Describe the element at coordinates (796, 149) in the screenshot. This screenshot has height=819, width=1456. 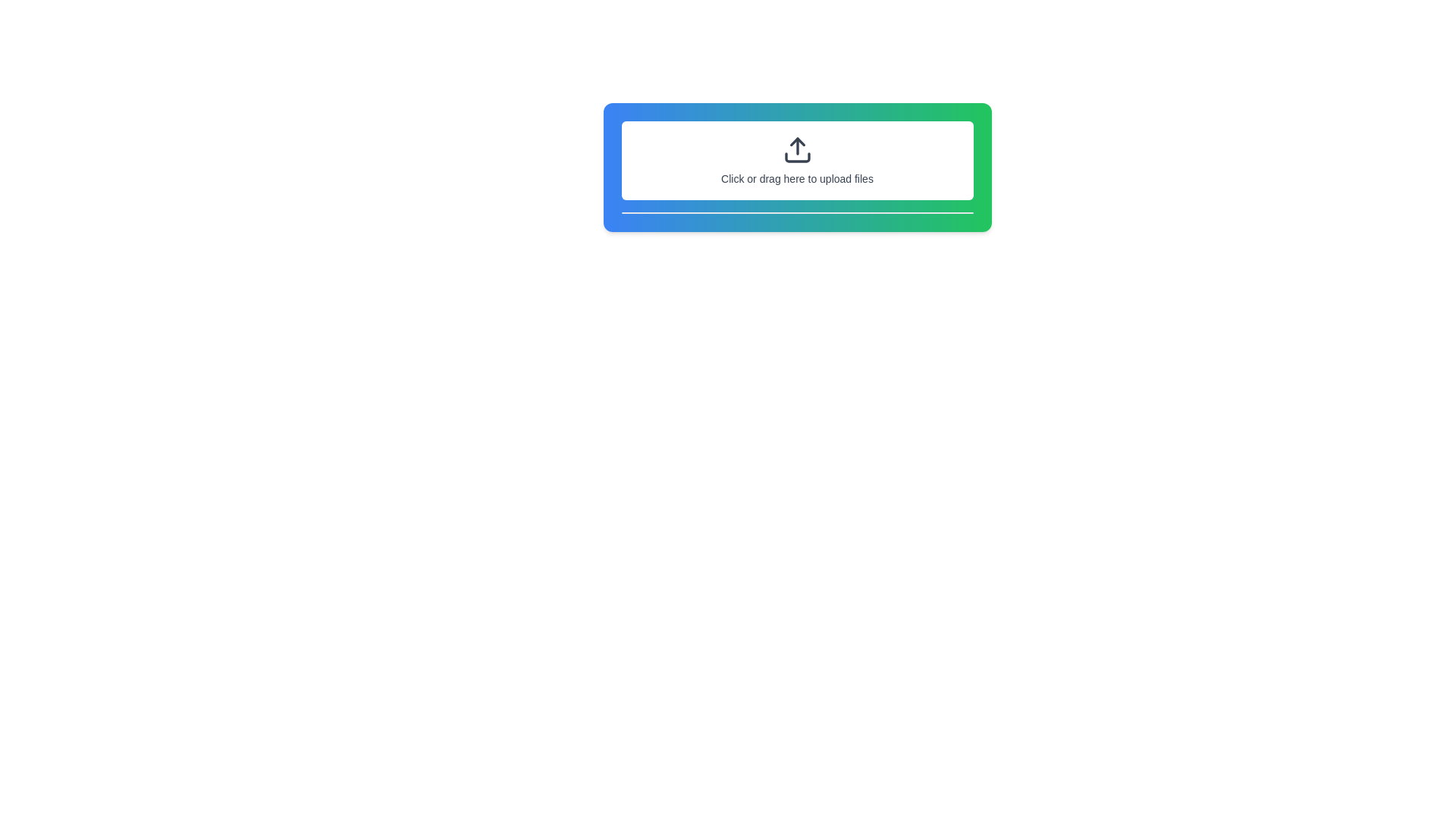
I see `the outlined upload icon which consists of an upward arrow and a tray, styled with a modern vector appearance, located in the centered upload zone labeled 'Click or drag here to upload files.'` at that location.